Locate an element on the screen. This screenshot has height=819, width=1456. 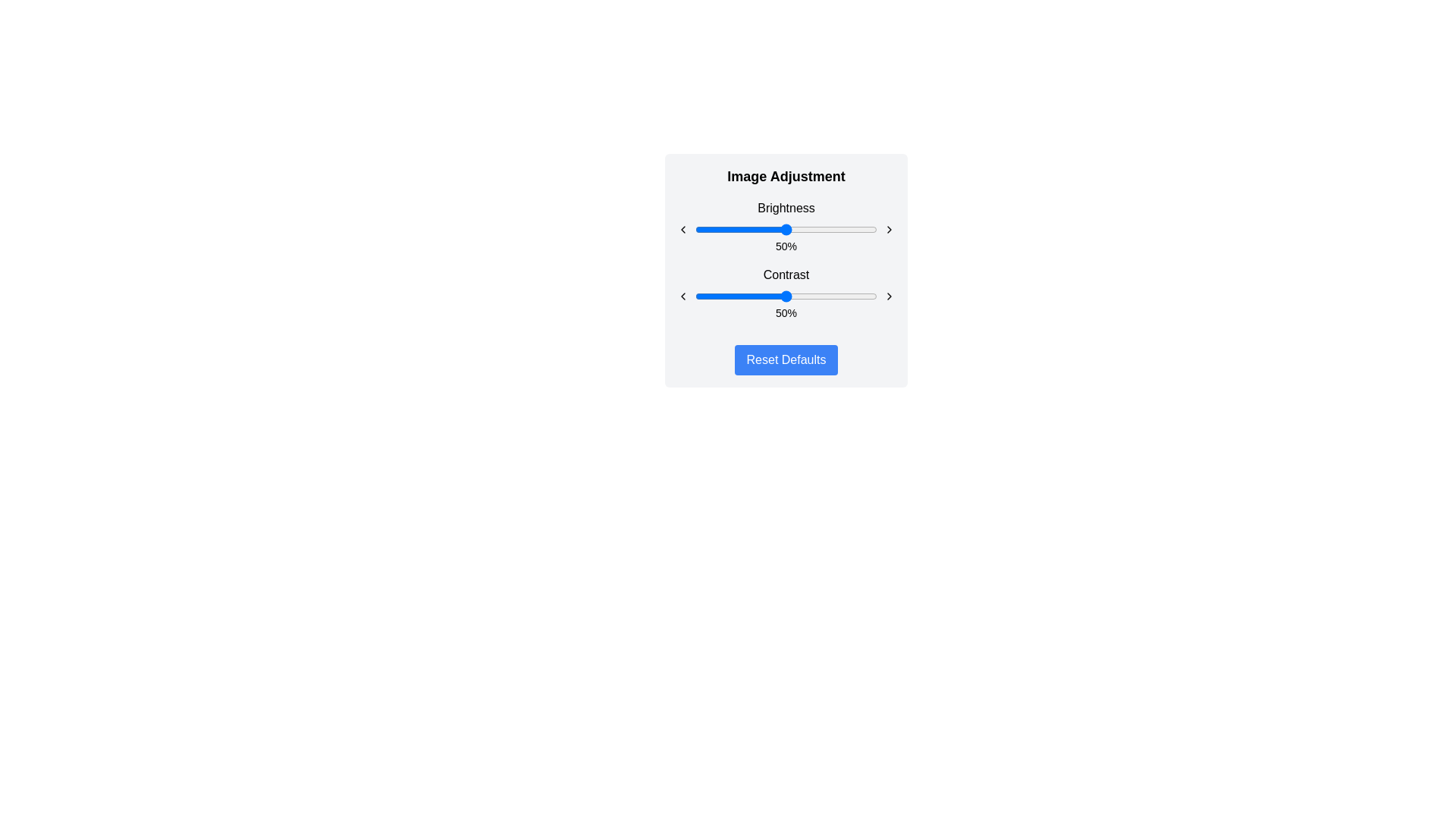
contrast is located at coordinates (731, 296).